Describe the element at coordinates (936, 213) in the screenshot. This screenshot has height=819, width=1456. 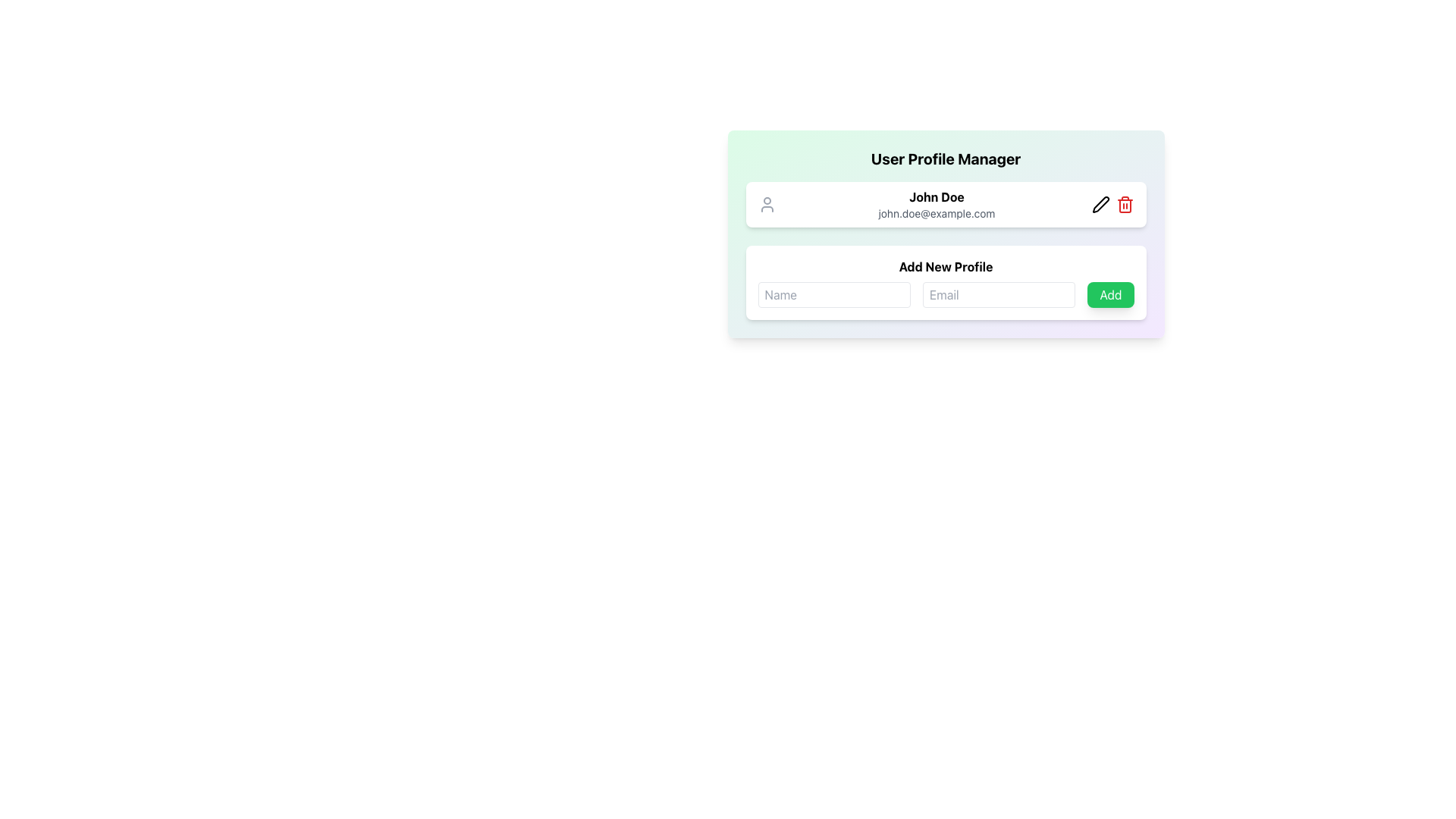
I see `the email address text display 'john.doe@example.com' located within the user profile card, positioned centrally below the name 'John Doe'` at that location.